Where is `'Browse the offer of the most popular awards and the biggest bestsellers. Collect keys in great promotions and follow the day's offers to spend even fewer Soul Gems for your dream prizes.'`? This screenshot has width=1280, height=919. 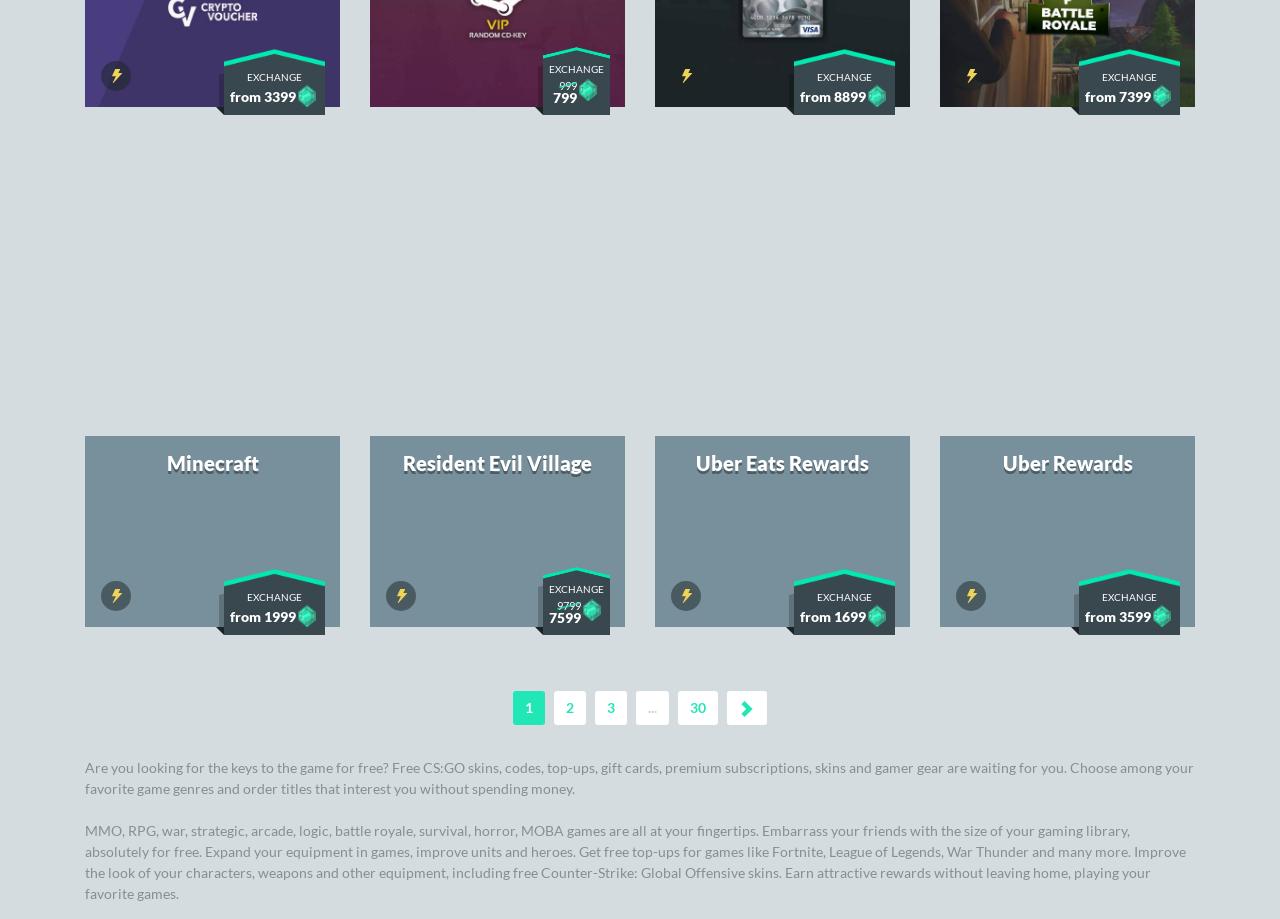 'Browse the offer of the most popular awards and the biggest bestsellers. Collect keys in great promotions and follow the day's offers to spend even fewer Soul Gems for your dream prizes.' is located at coordinates (637, 542).